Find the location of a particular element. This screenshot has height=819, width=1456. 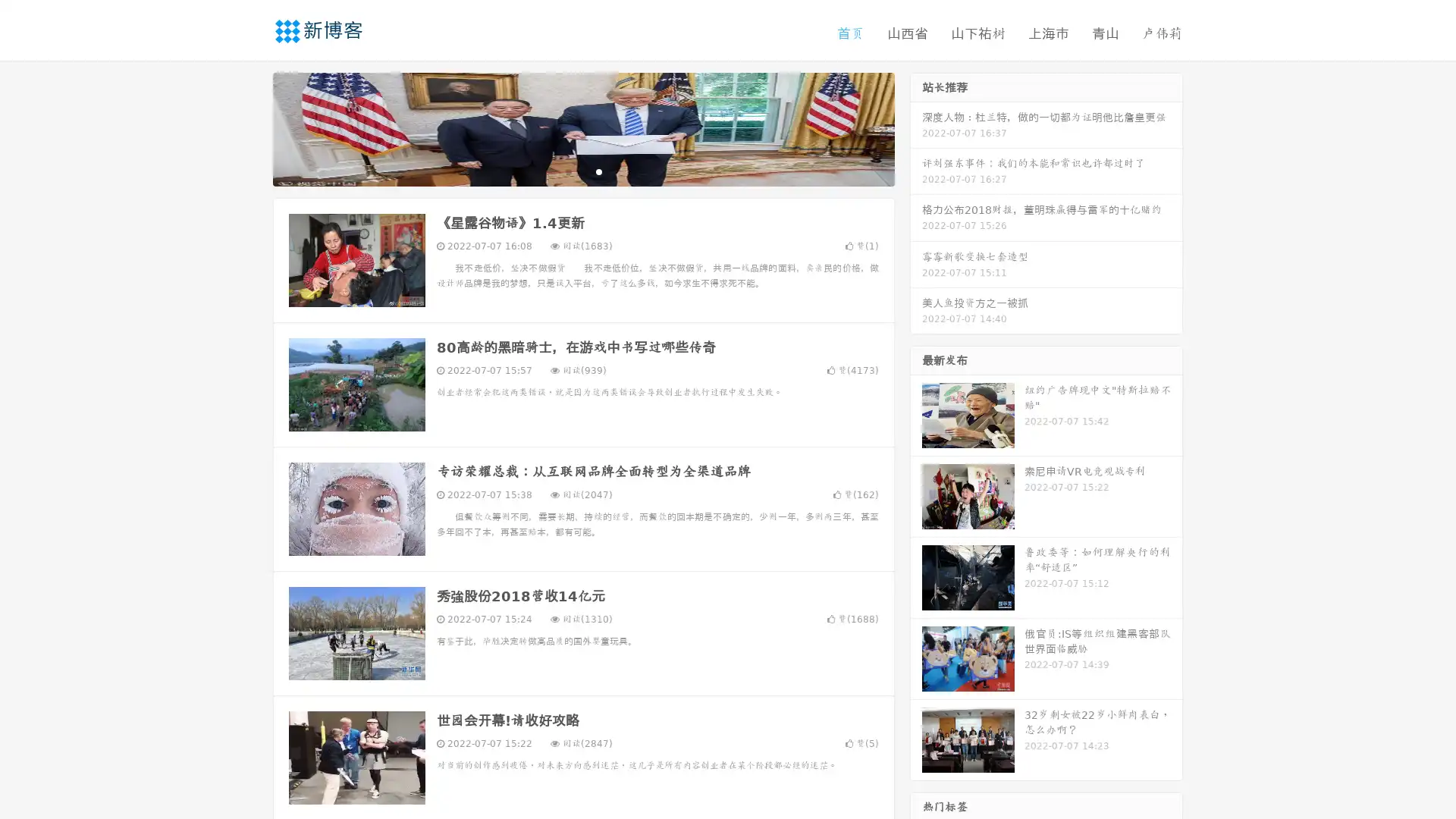

Go to slide 2 is located at coordinates (582, 171).